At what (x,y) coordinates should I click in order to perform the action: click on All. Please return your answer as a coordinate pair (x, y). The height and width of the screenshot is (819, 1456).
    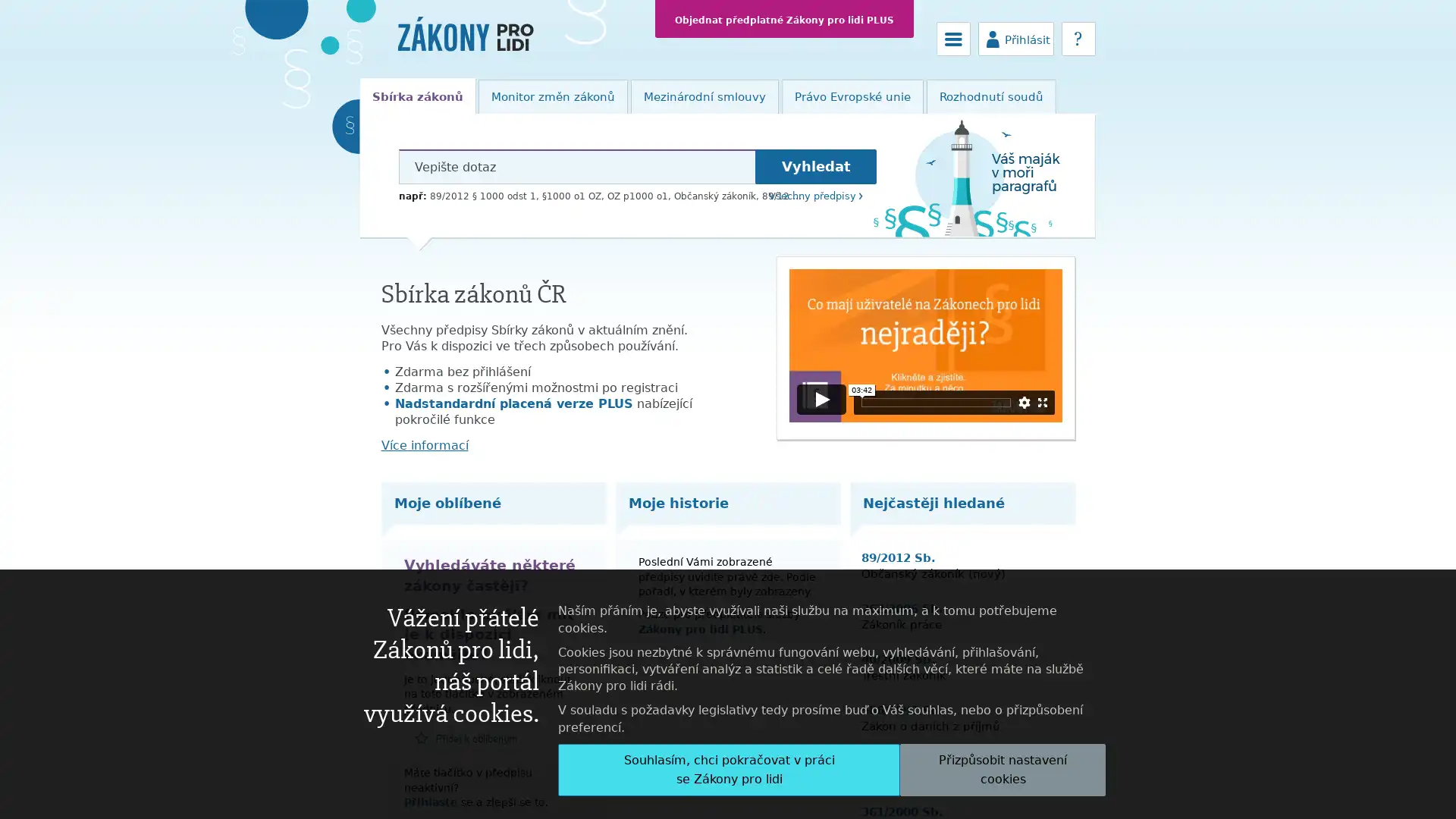
    Looking at the image, I should click on (729, 769).